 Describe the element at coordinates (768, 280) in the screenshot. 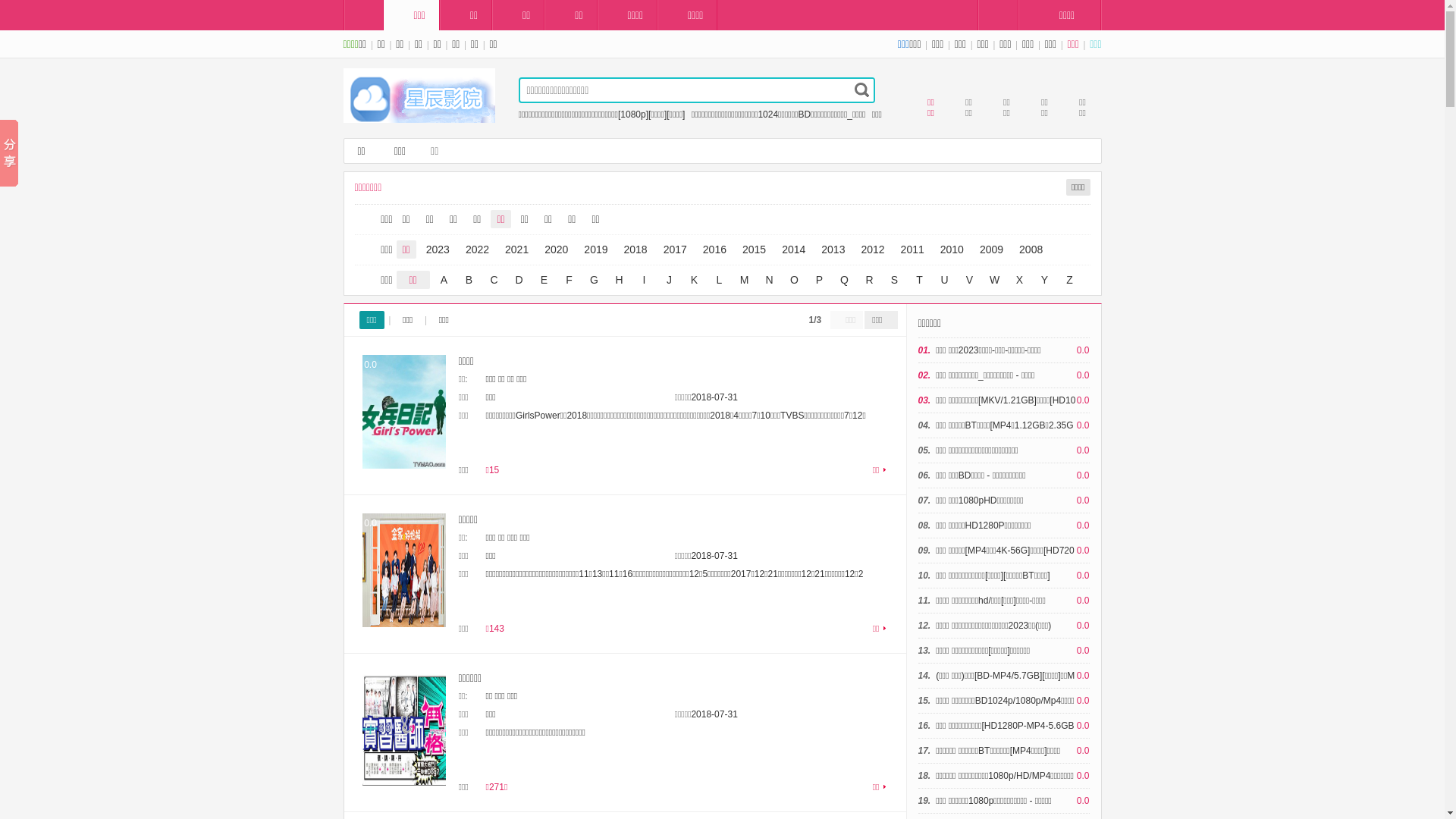

I see `'N'` at that location.